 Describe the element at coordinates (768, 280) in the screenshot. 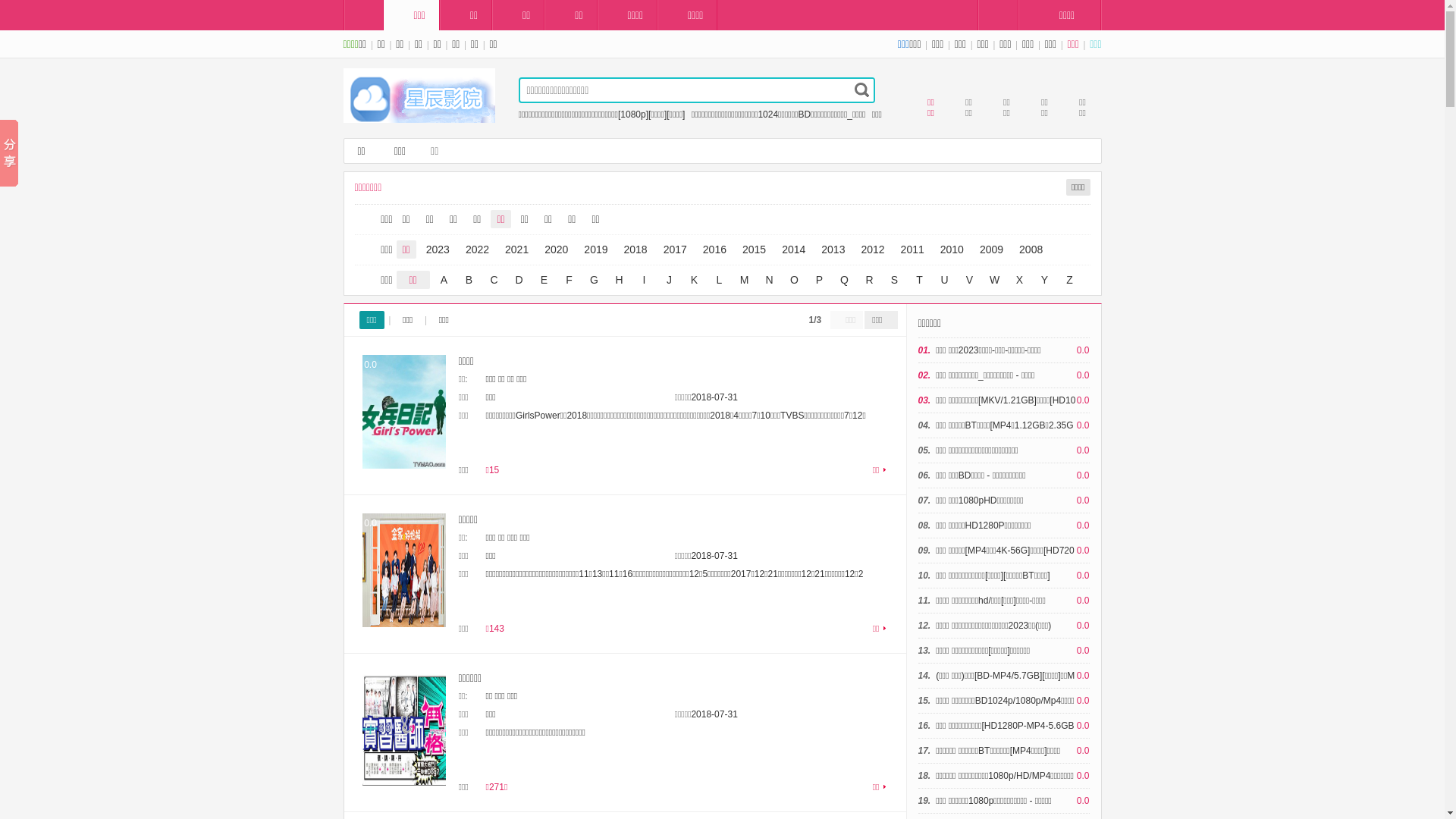

I see `'N'` at that location.